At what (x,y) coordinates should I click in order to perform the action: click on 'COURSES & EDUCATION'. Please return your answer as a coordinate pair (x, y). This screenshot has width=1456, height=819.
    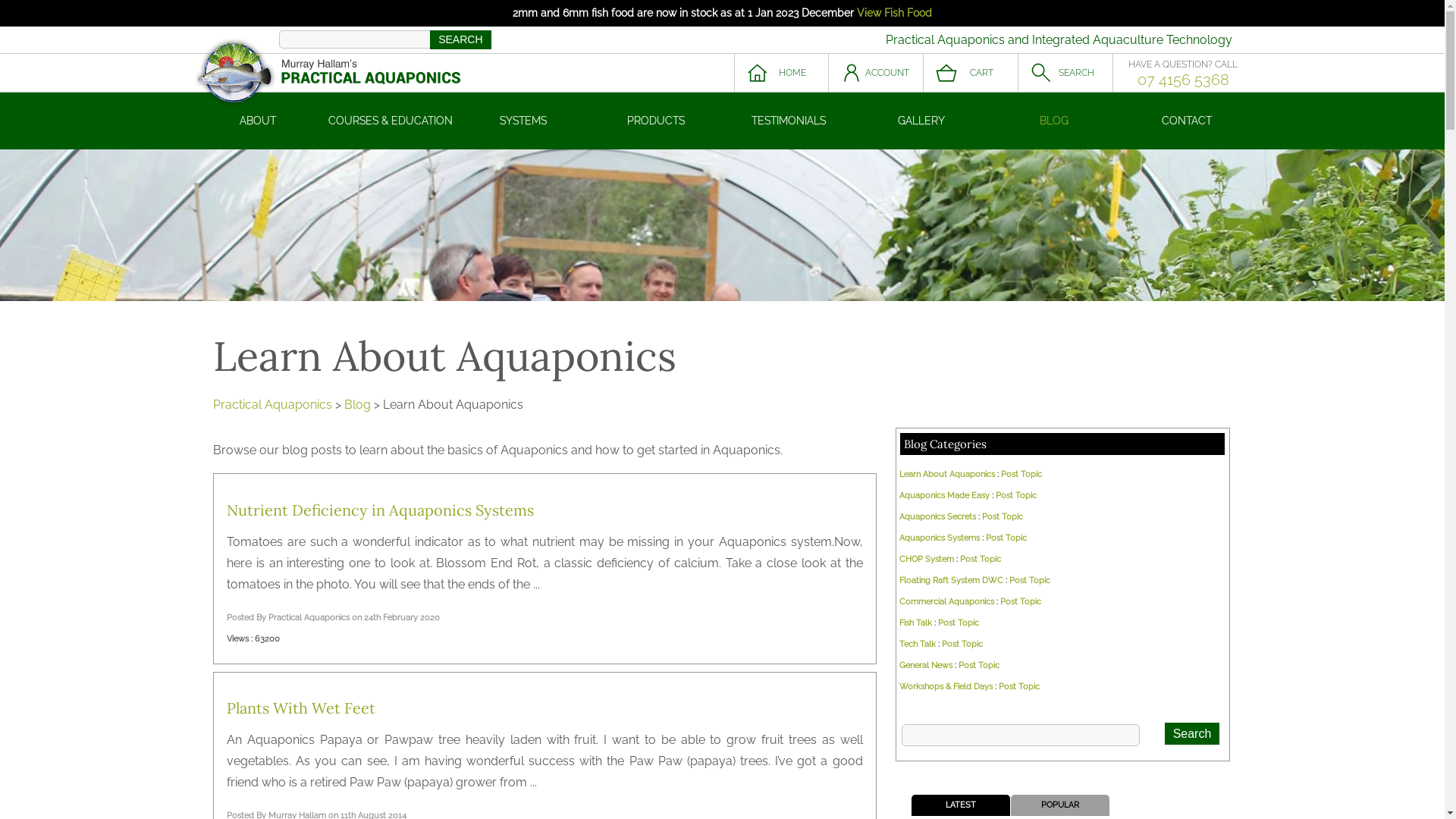
    Looking at the image, I should click on (391, 120).